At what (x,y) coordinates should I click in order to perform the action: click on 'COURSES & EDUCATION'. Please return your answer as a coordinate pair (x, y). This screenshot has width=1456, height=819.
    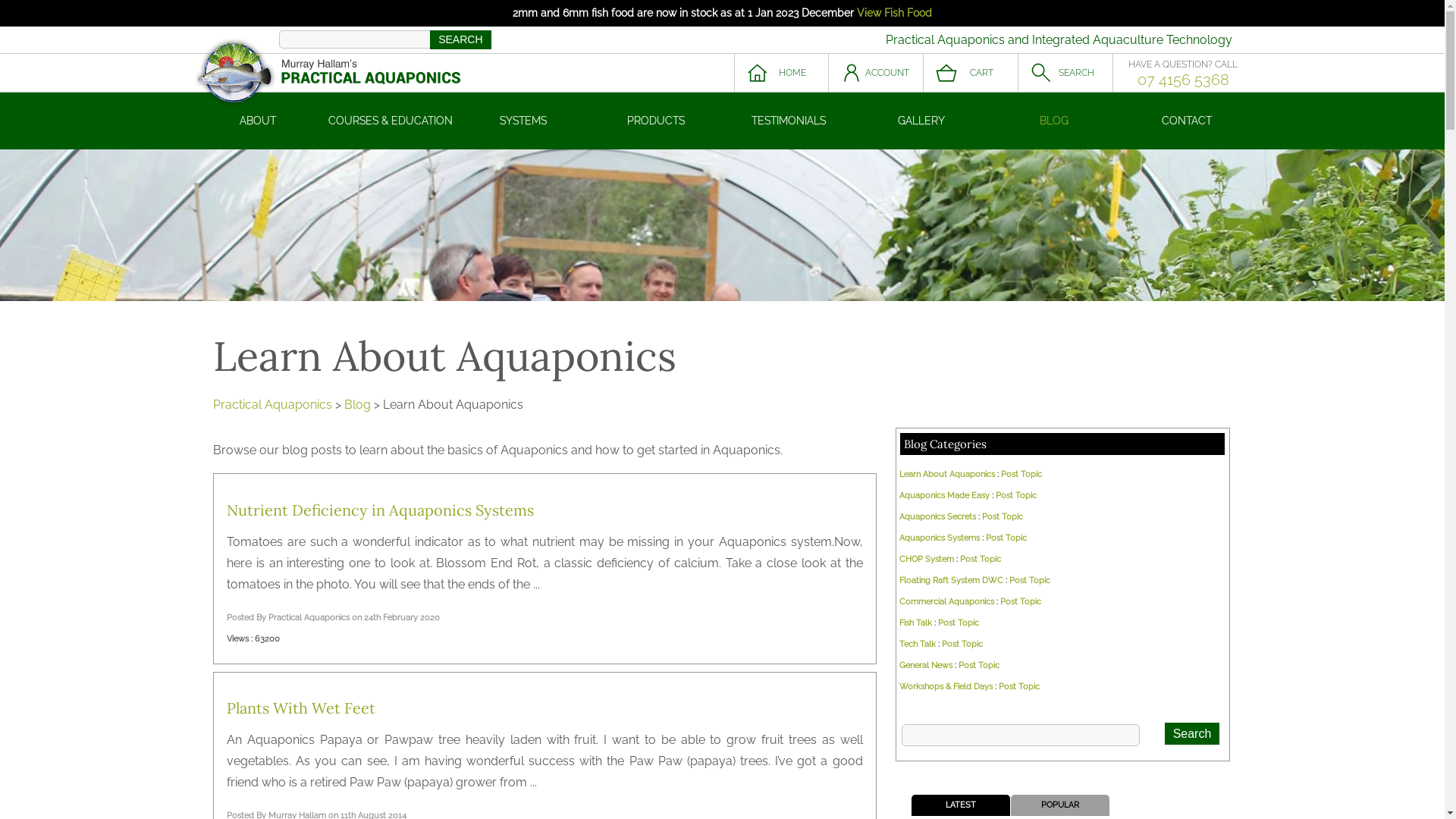
    Looking at the image, I should click on (391, 120).